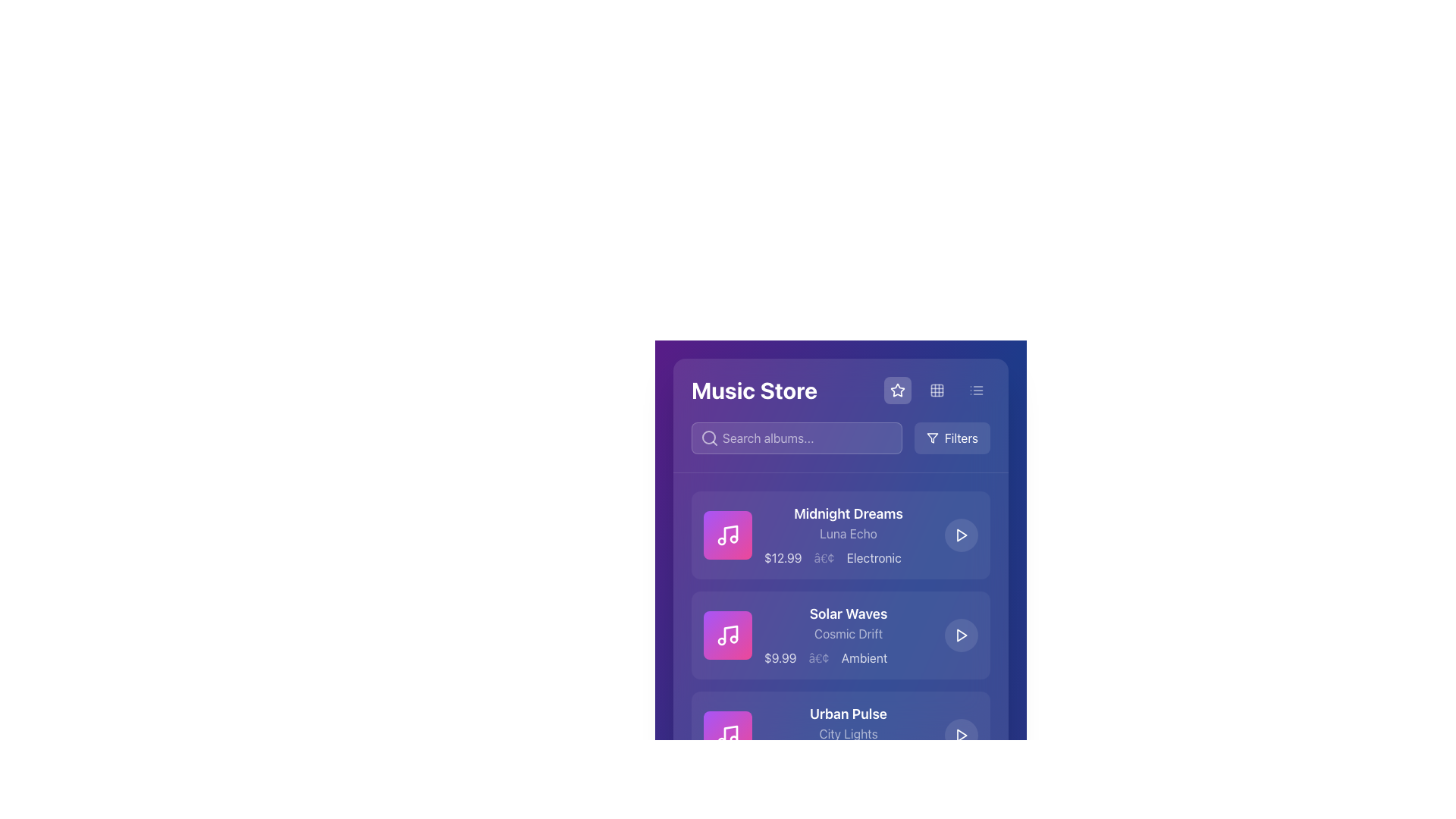 Image resolution: width=1456 pixels, height=819 pixels. What do you see at coordinates (976, 390) in the screenshot?
I see `the button styled as a list icon, which features three horizontal lines with dots on the left of each line, located` at bounding box center [976, 390].